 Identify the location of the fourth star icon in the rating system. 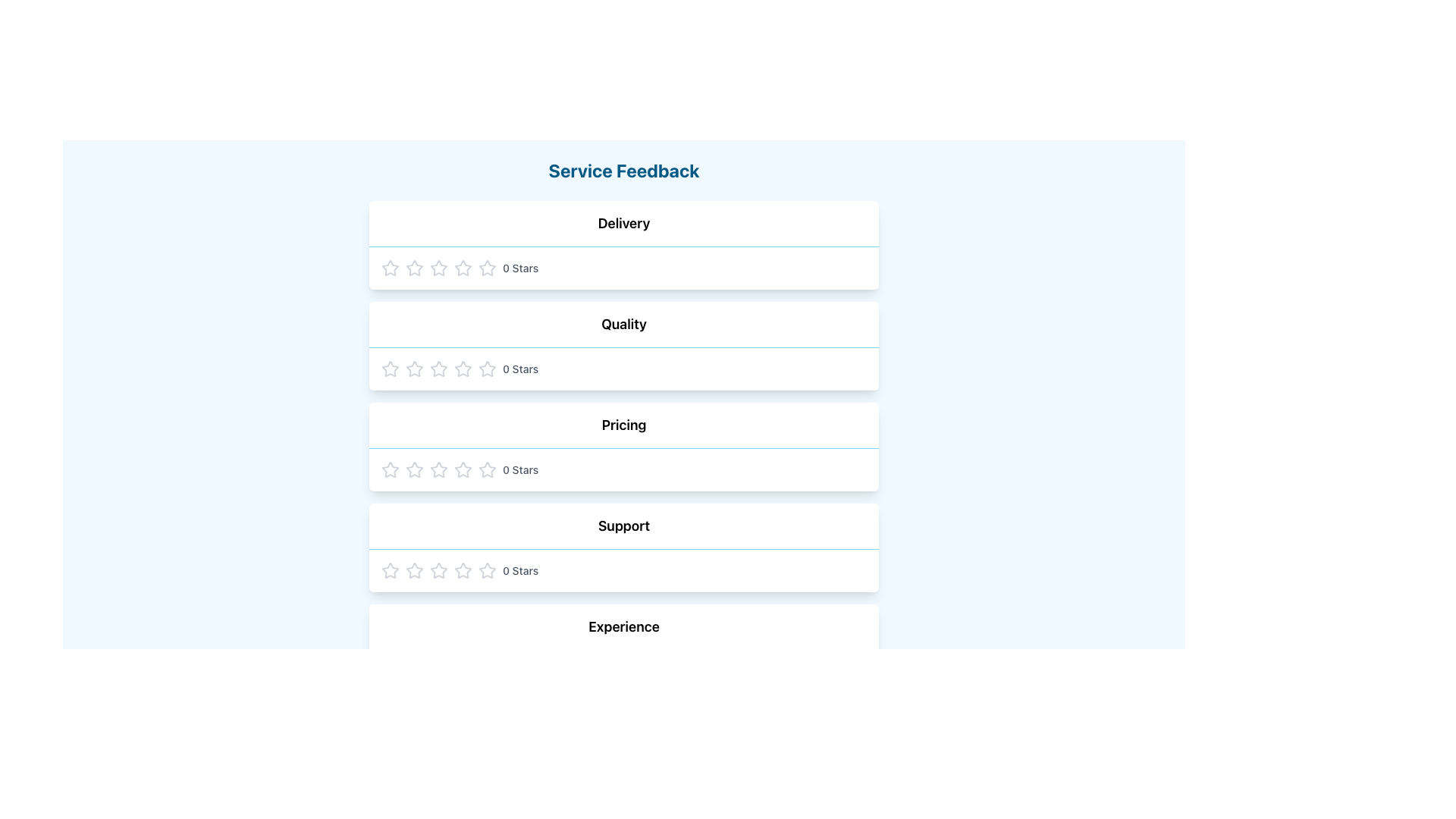
(438, 469).